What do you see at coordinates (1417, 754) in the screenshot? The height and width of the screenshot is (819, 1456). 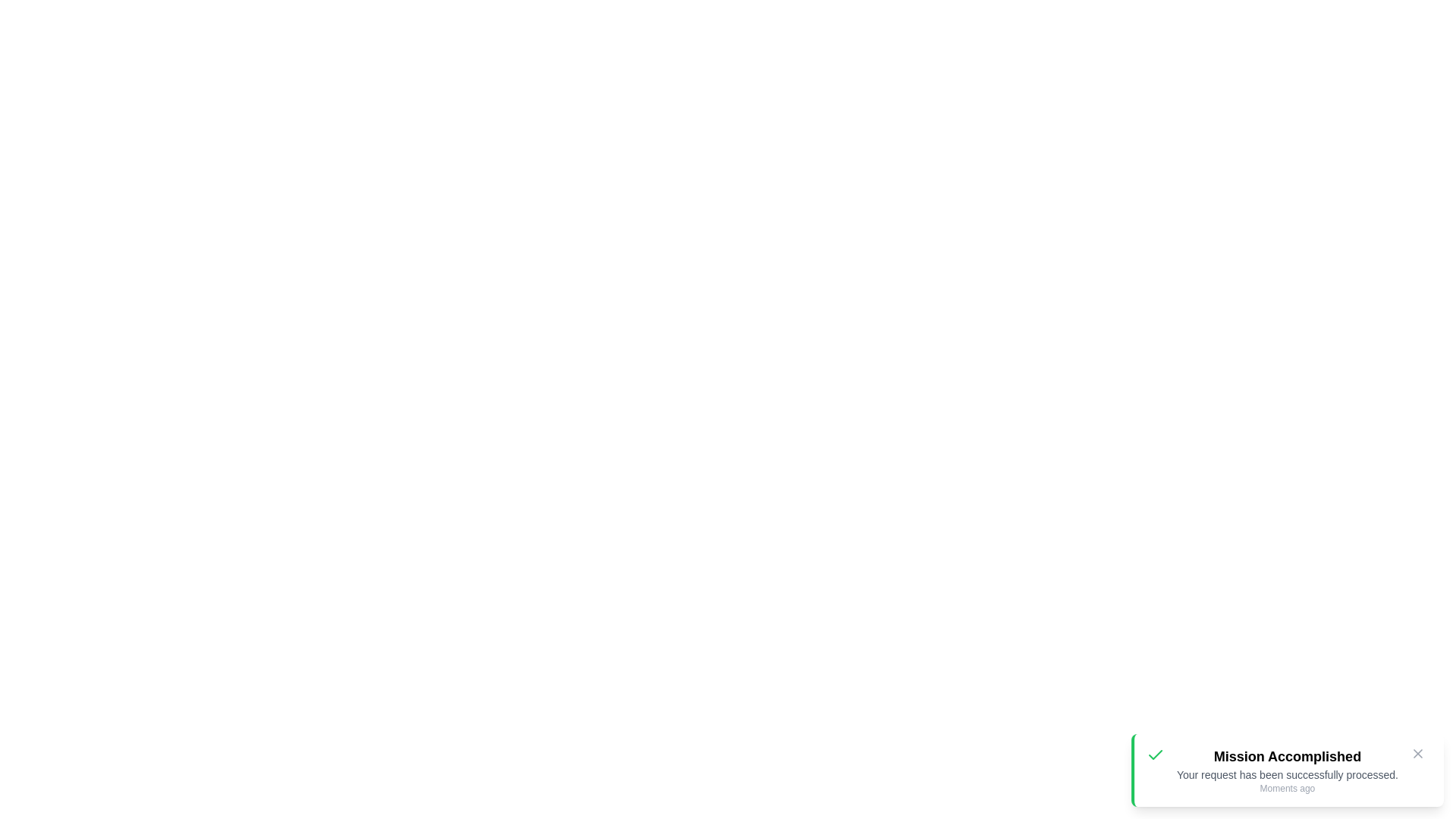 I see `the dismiss button (X icon) to close the notification` at bounding box center [1417, 754].